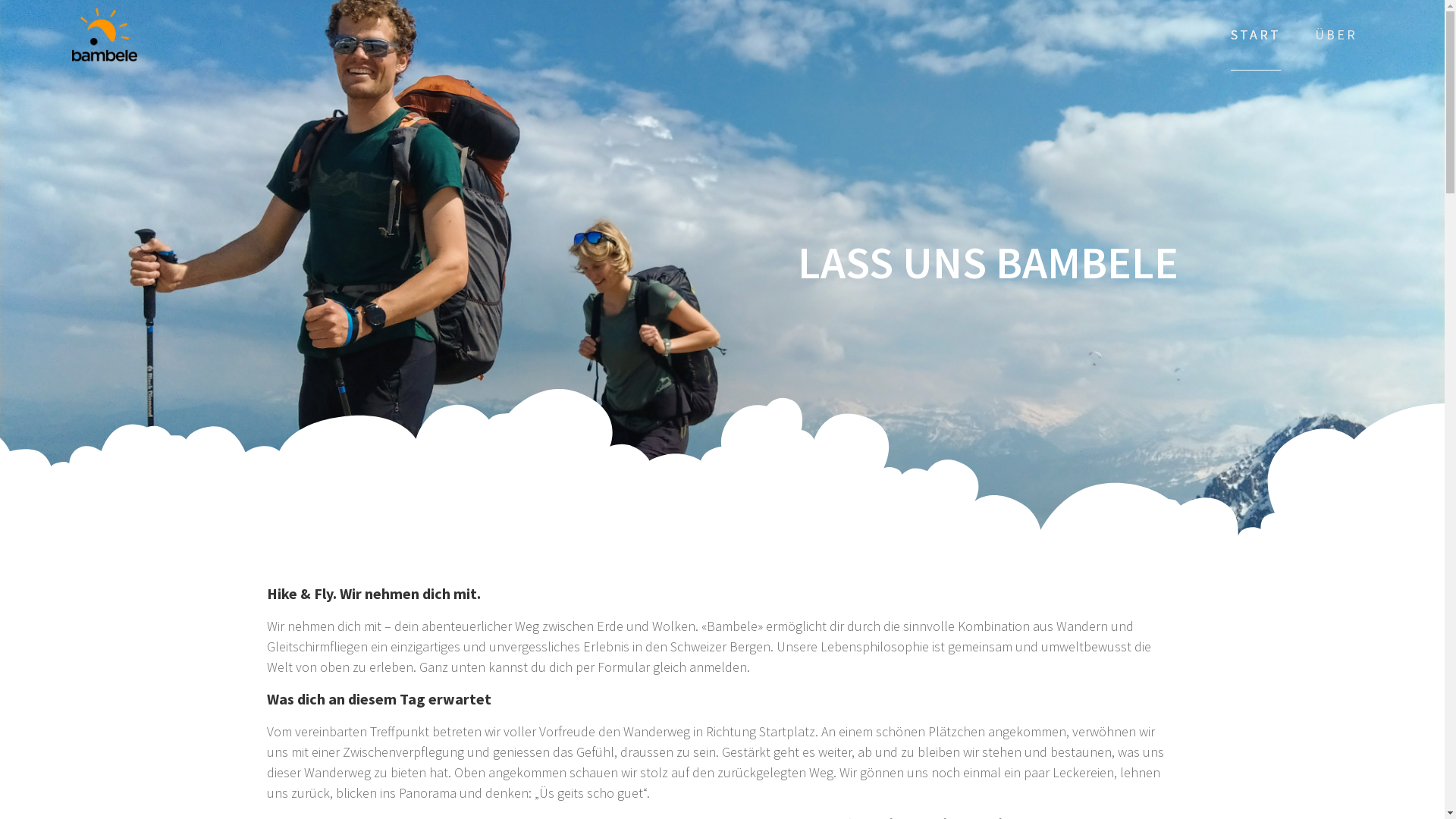 The height and width of the screenshot is (819, 1456). I want to click on 'START', so click(1256, 34).